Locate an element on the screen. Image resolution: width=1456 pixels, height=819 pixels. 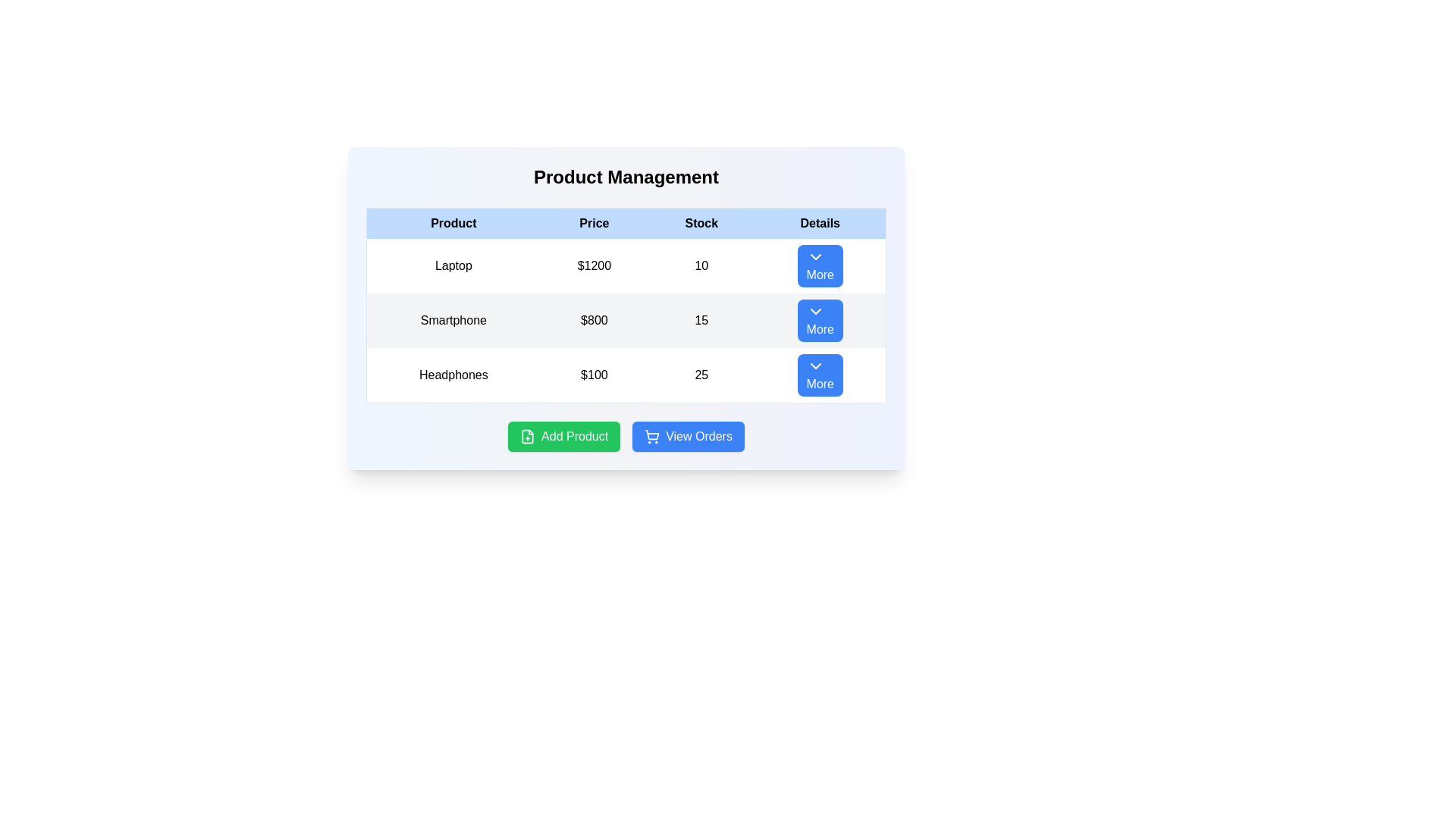
the header label for the 'Product' column in the table, which is the first element in the header row of the 'Product Management' section is located at coordinates (453, 223).